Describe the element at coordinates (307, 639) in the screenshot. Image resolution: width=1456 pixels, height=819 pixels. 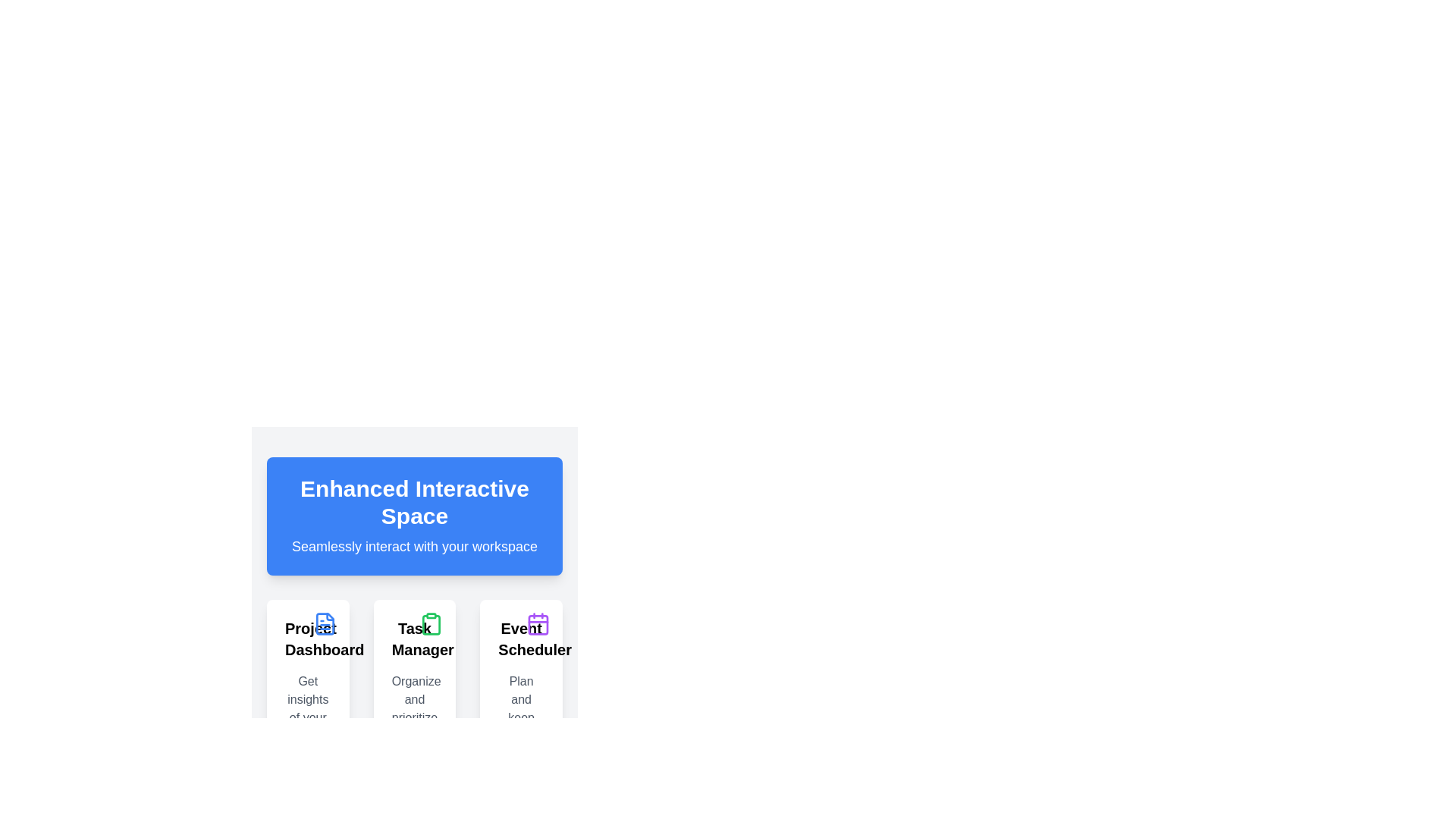
I see `the text label displaying 'Project Dashboard' at the top of the card element in the first column of the grid layout` at that location.